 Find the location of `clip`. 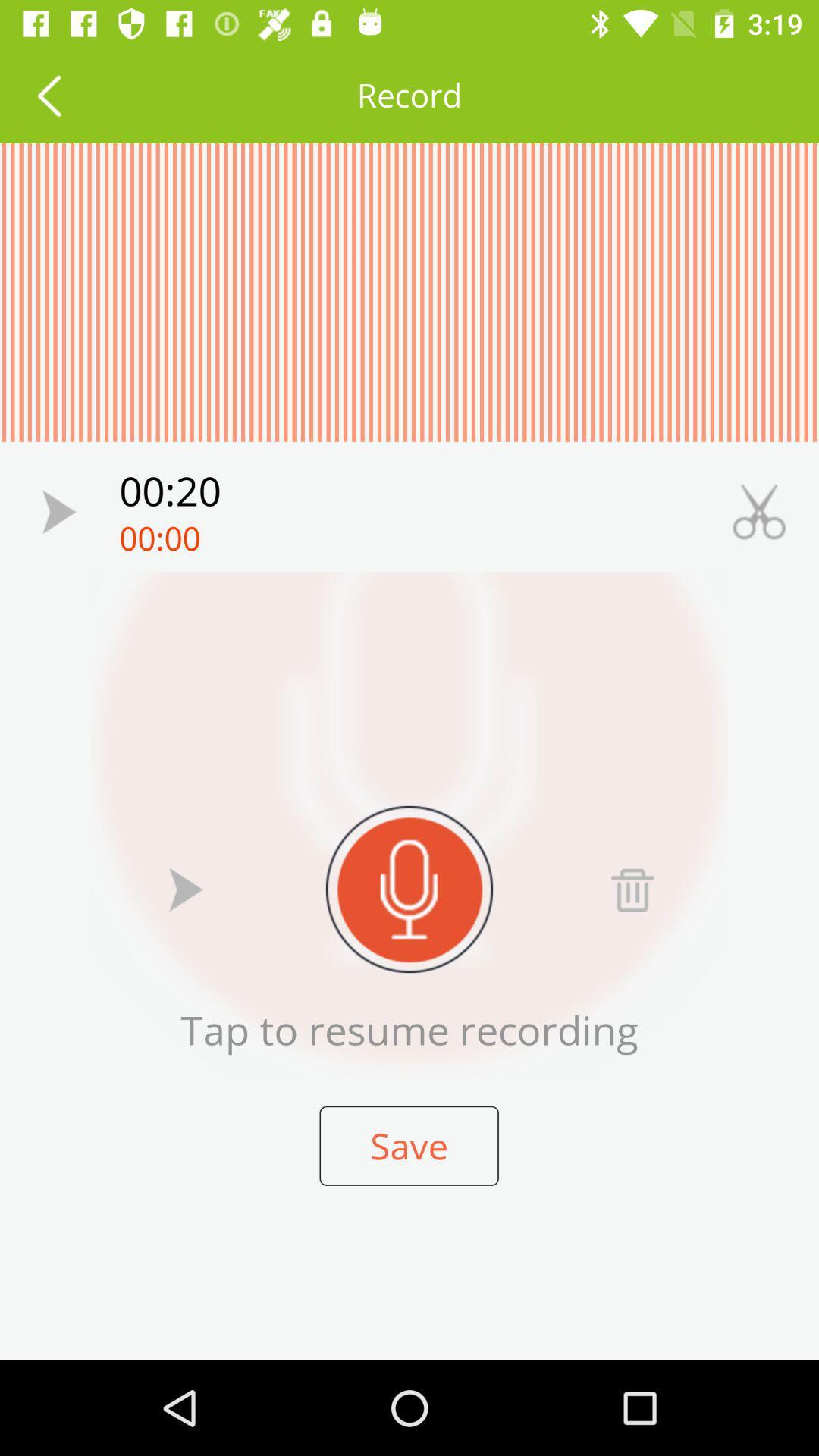

clip is located at coordinates (58, 512).